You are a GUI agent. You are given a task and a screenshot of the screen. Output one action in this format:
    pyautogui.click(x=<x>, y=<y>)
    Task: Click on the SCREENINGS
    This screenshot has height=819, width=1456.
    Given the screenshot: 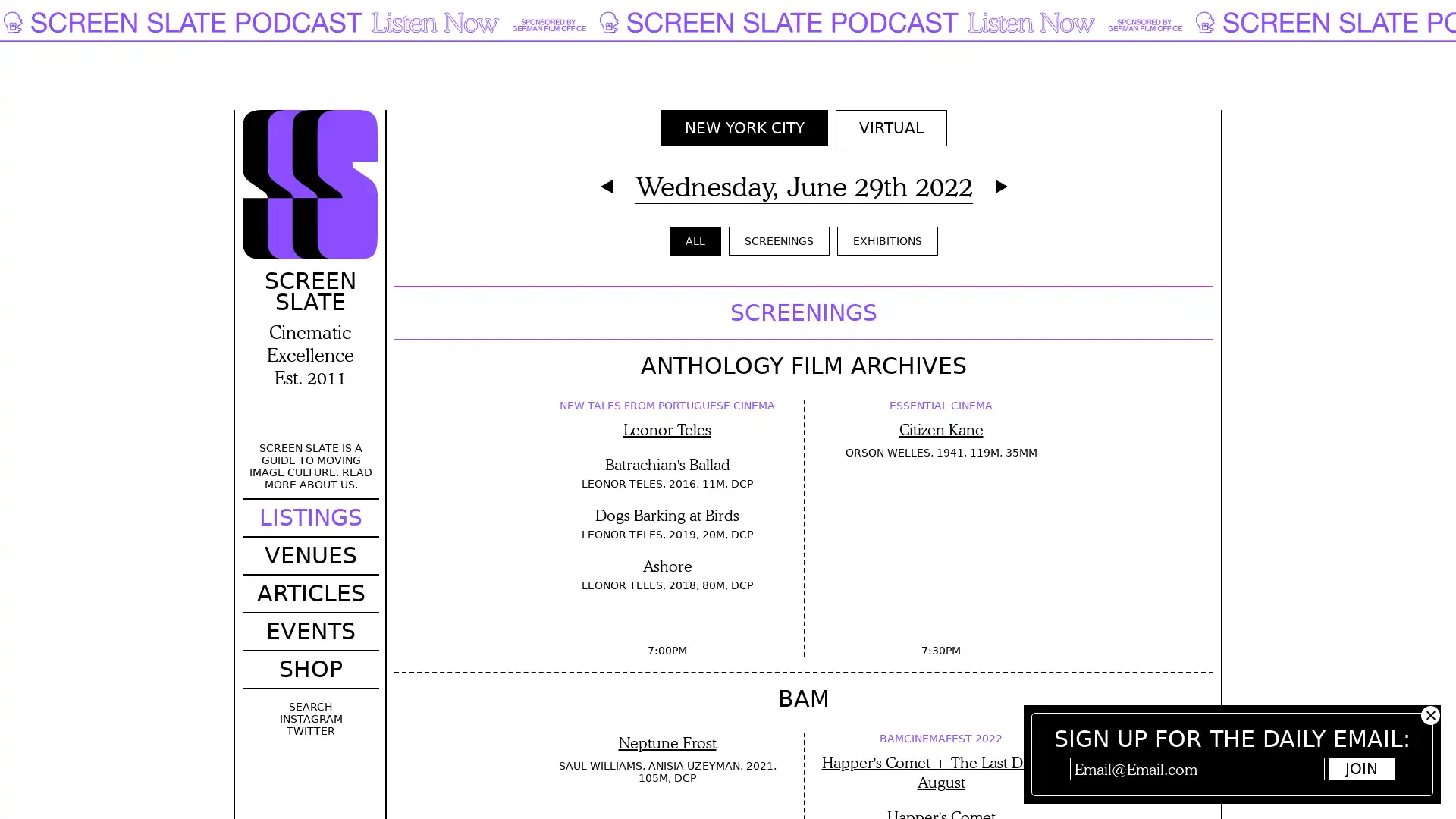 What is the action you would take?
    pyautogui.click(x=779, y=240)
    